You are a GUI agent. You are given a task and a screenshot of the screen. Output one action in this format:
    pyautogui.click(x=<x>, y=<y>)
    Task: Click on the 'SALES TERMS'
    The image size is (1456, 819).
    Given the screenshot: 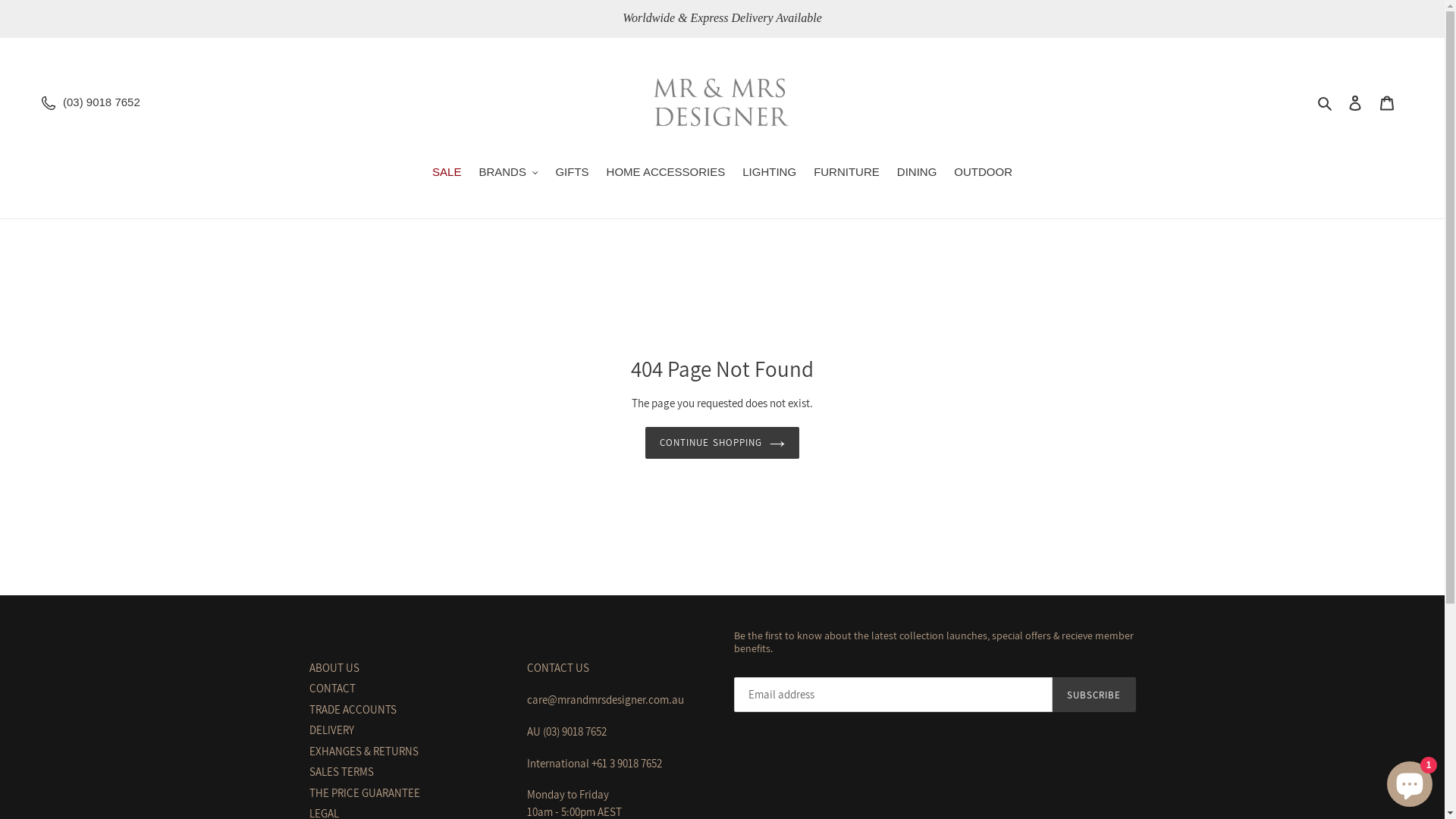 What is the action you would take?
    pyautogui.click(x=340, y=771)
    